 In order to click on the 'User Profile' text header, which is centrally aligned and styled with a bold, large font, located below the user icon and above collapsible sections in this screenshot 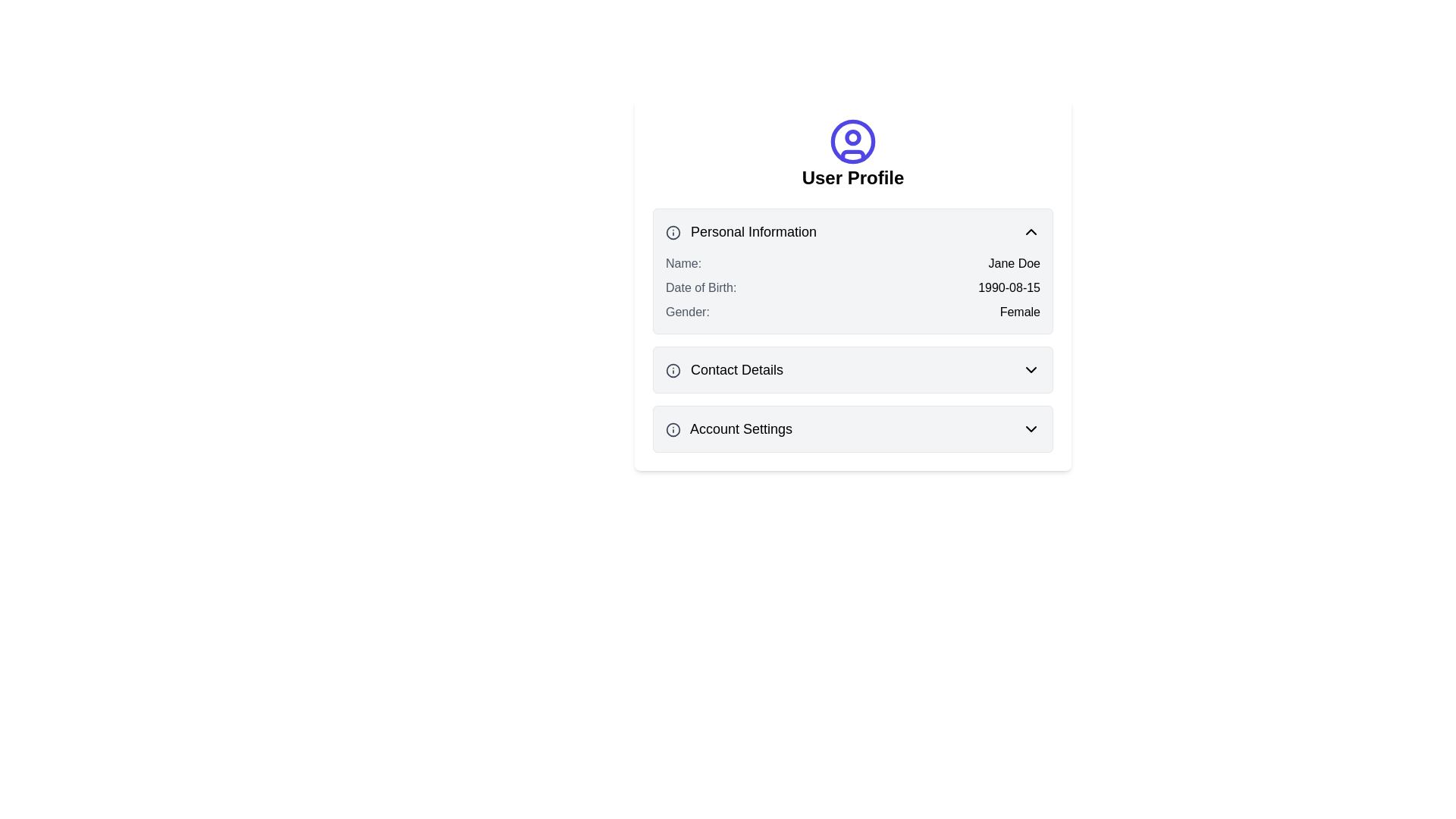, I will do `click(852, 177)`.